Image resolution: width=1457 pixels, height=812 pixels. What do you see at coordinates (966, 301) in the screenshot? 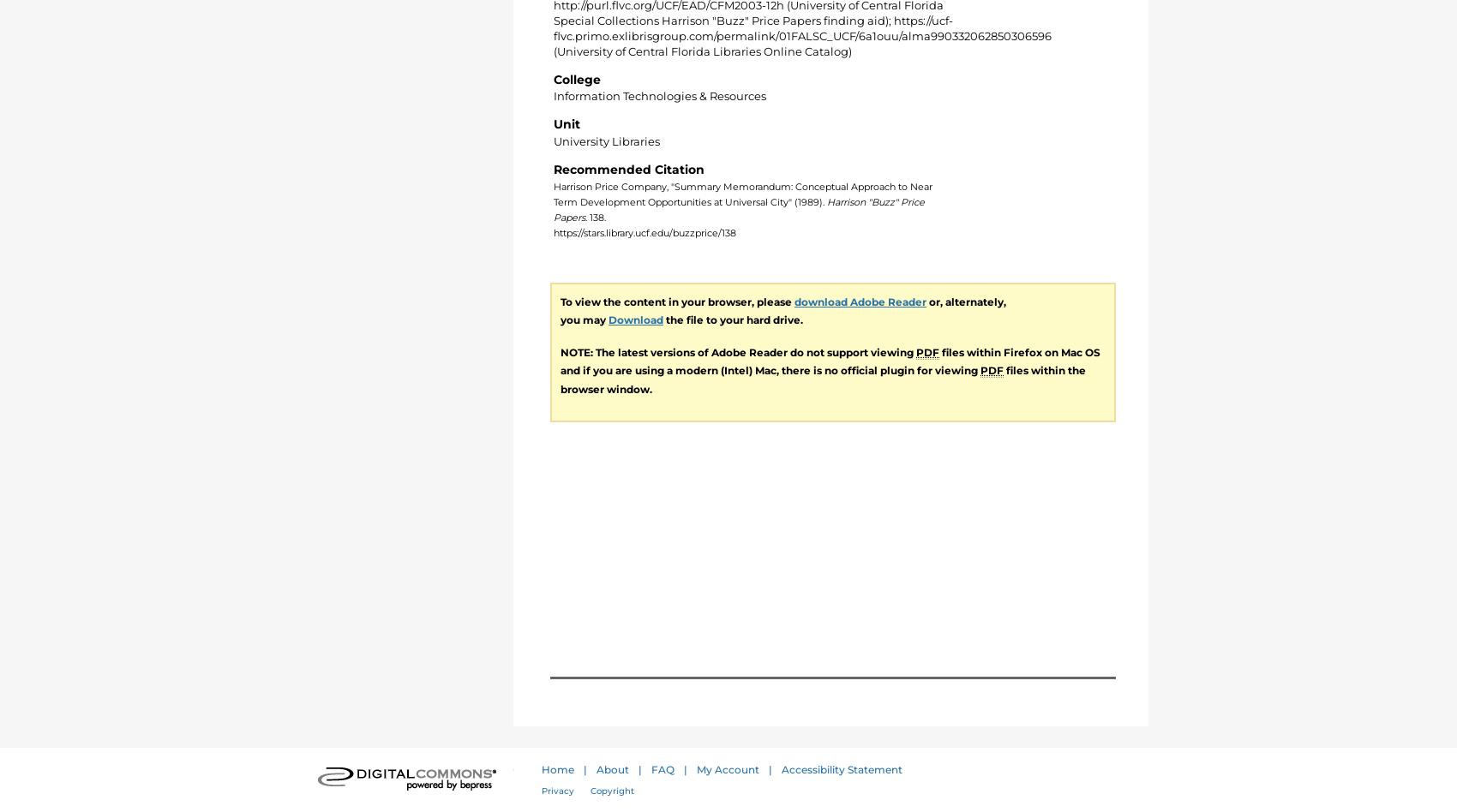
I see `'or, alternately,'` at bounding box center [966, 301].